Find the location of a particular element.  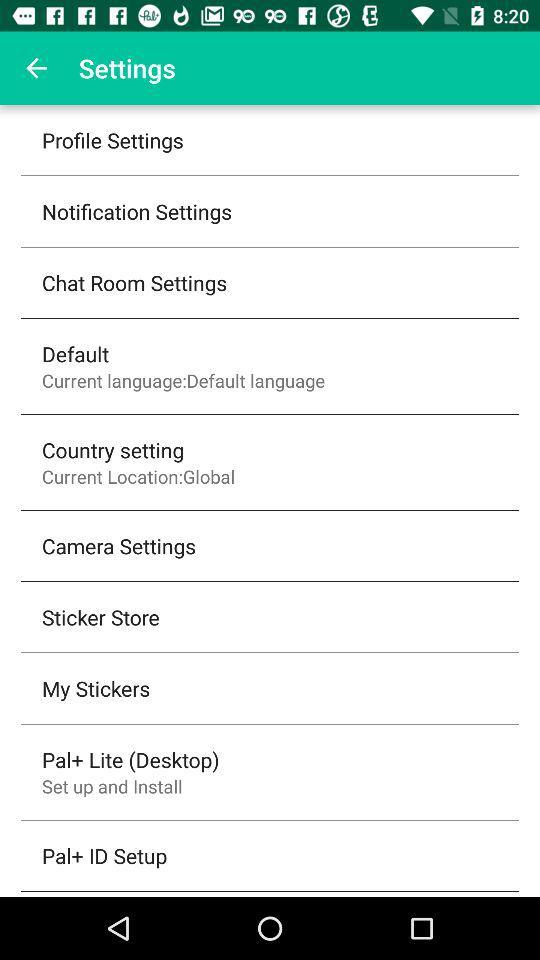

the icon below the current location:global icon is located at coordinates (119, 545).